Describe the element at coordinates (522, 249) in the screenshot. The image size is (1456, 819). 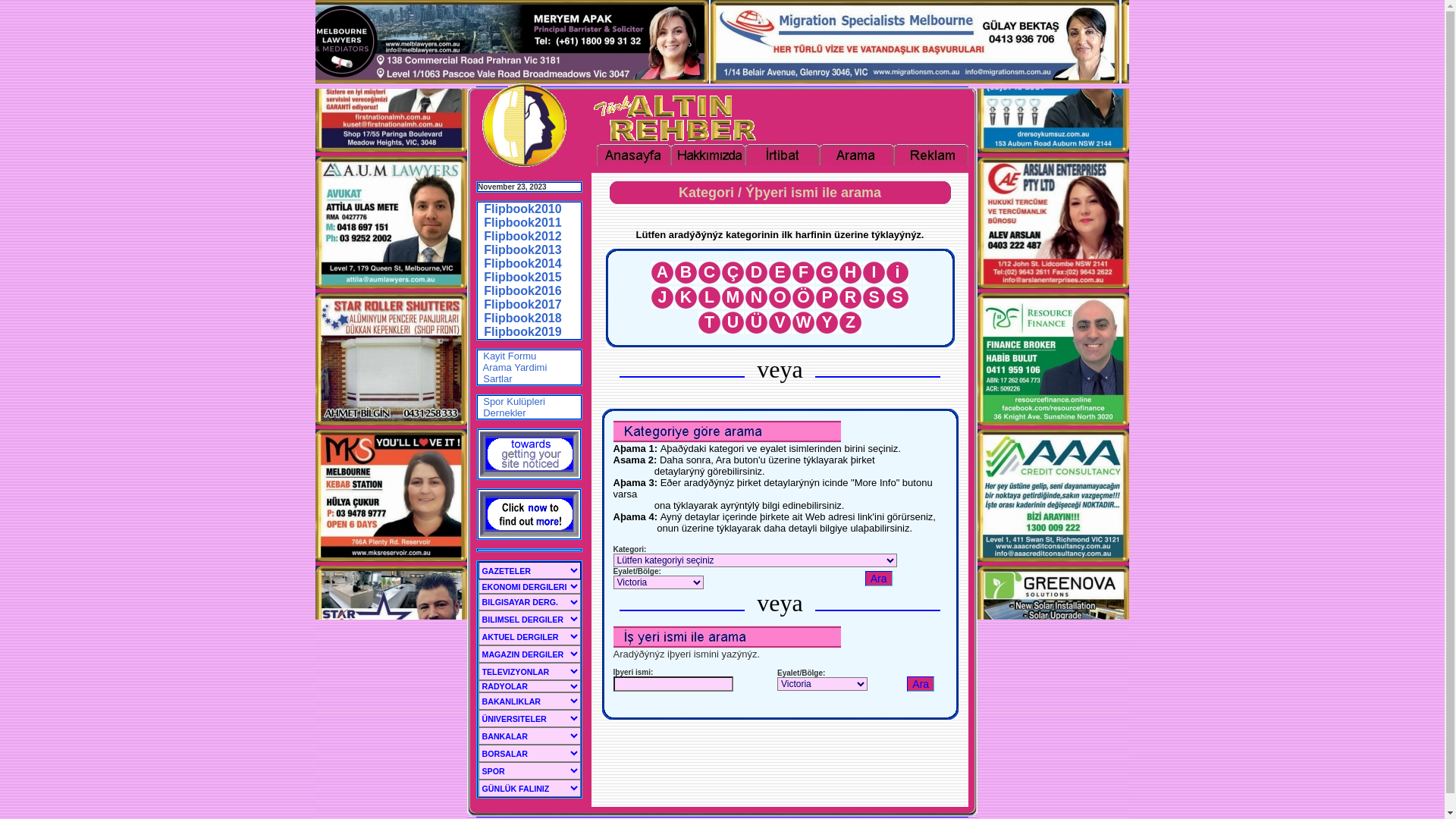
I see `'Flipbook2013'` at that location.